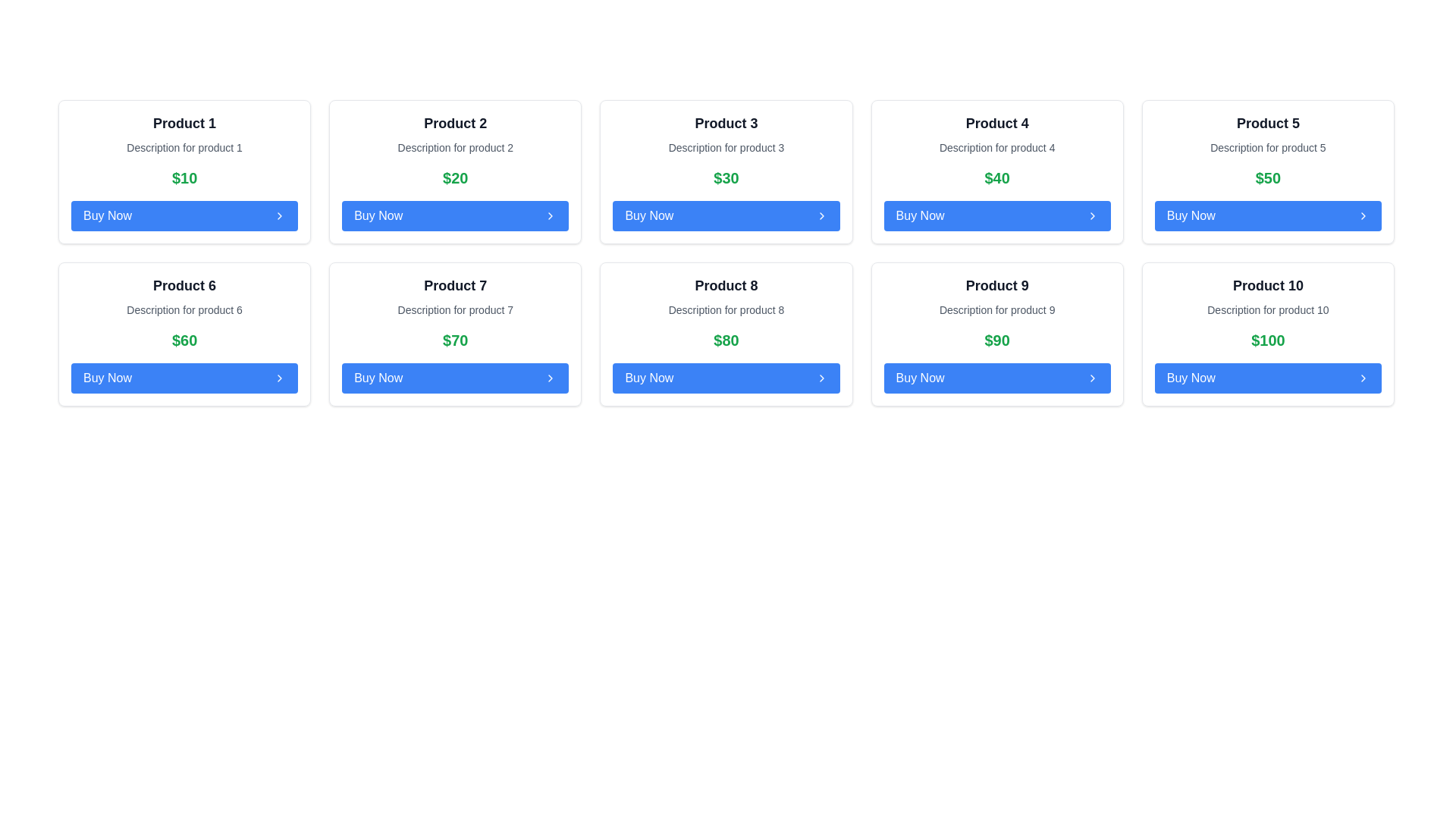 This screenshot has width=1456, height=819. What do you see at coordinates (726, 377) in the screenshot?
I see `the 'Buy Now' button with a blue background located at the bottom of the eighth product card, beneath the product price '$80'` at bounding box center [726, 377].